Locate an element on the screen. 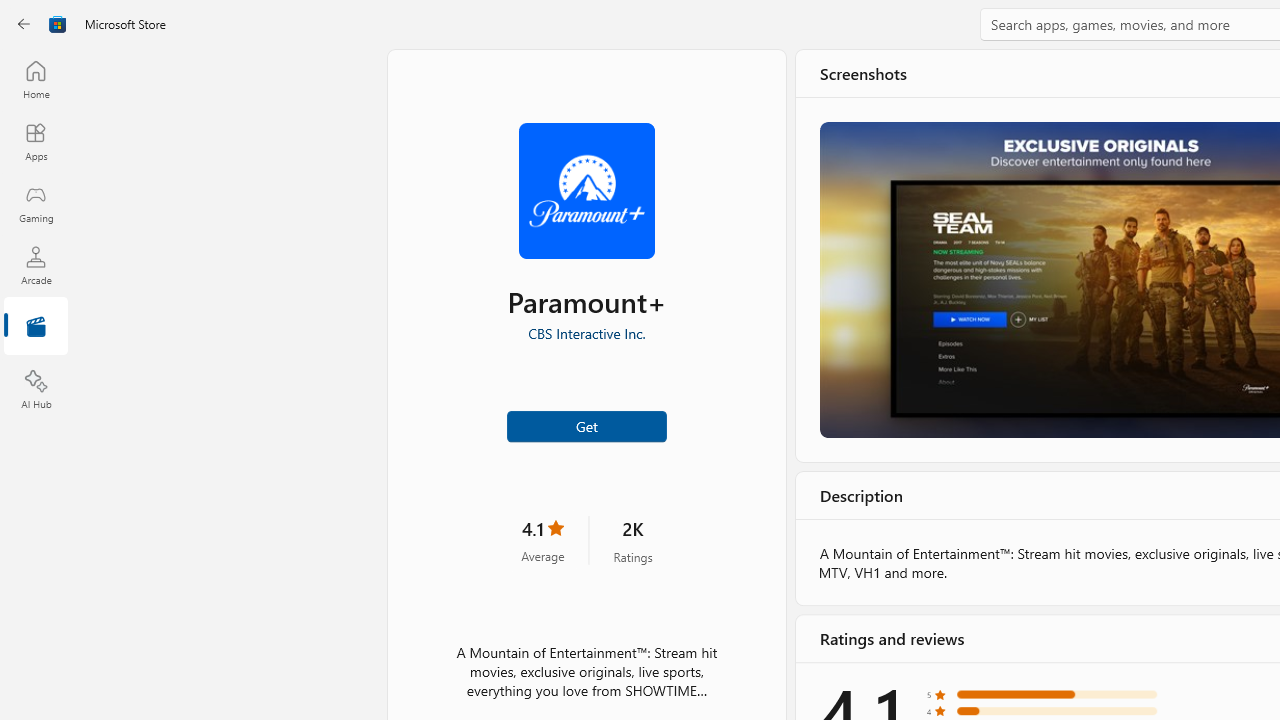 The image size is (1280, 720). 'Get' is located at coordinates (585, 424).